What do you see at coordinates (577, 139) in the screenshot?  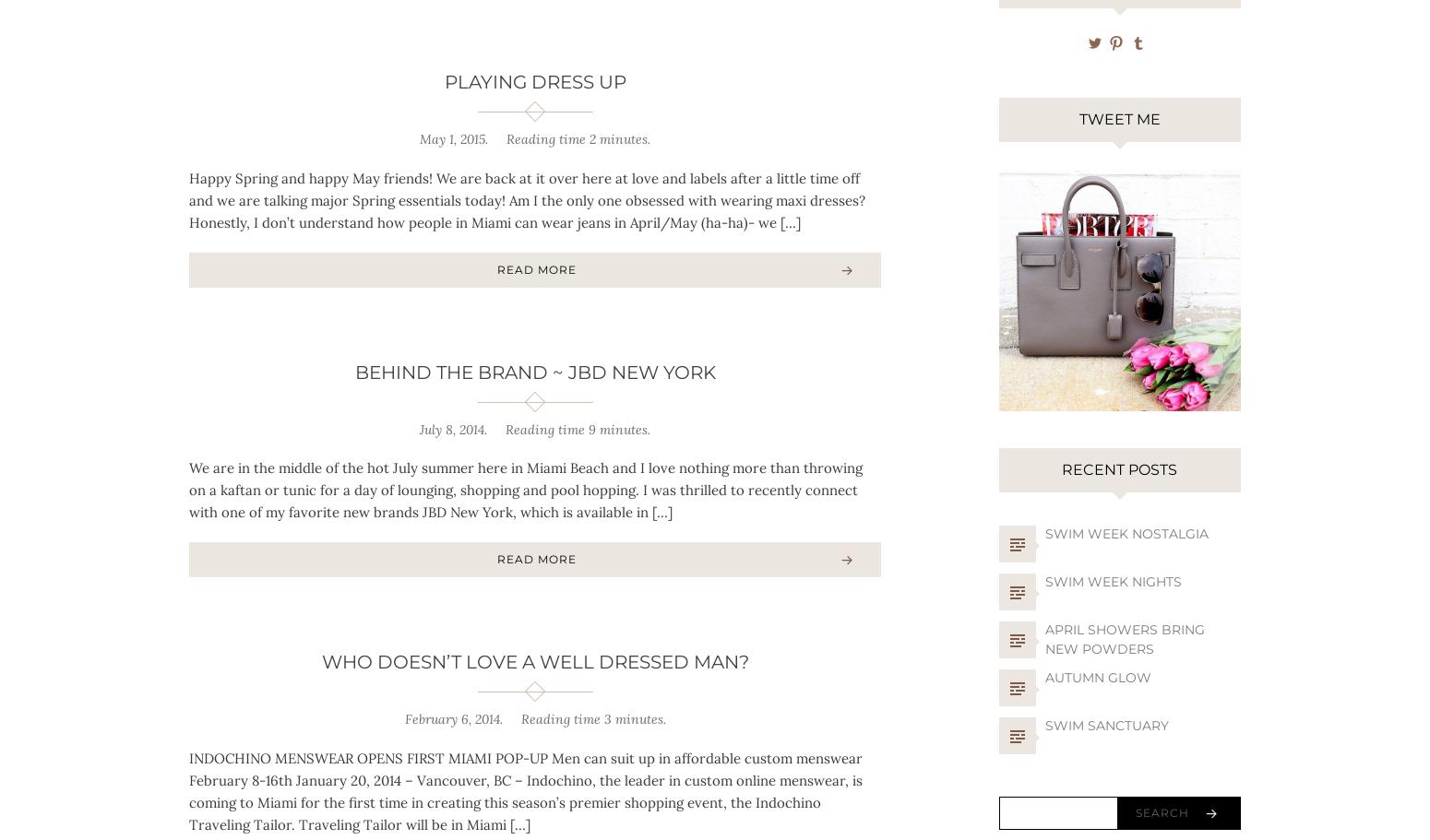 I see `'Reading time 2 minutes.'` at bounding box center [577, 139].